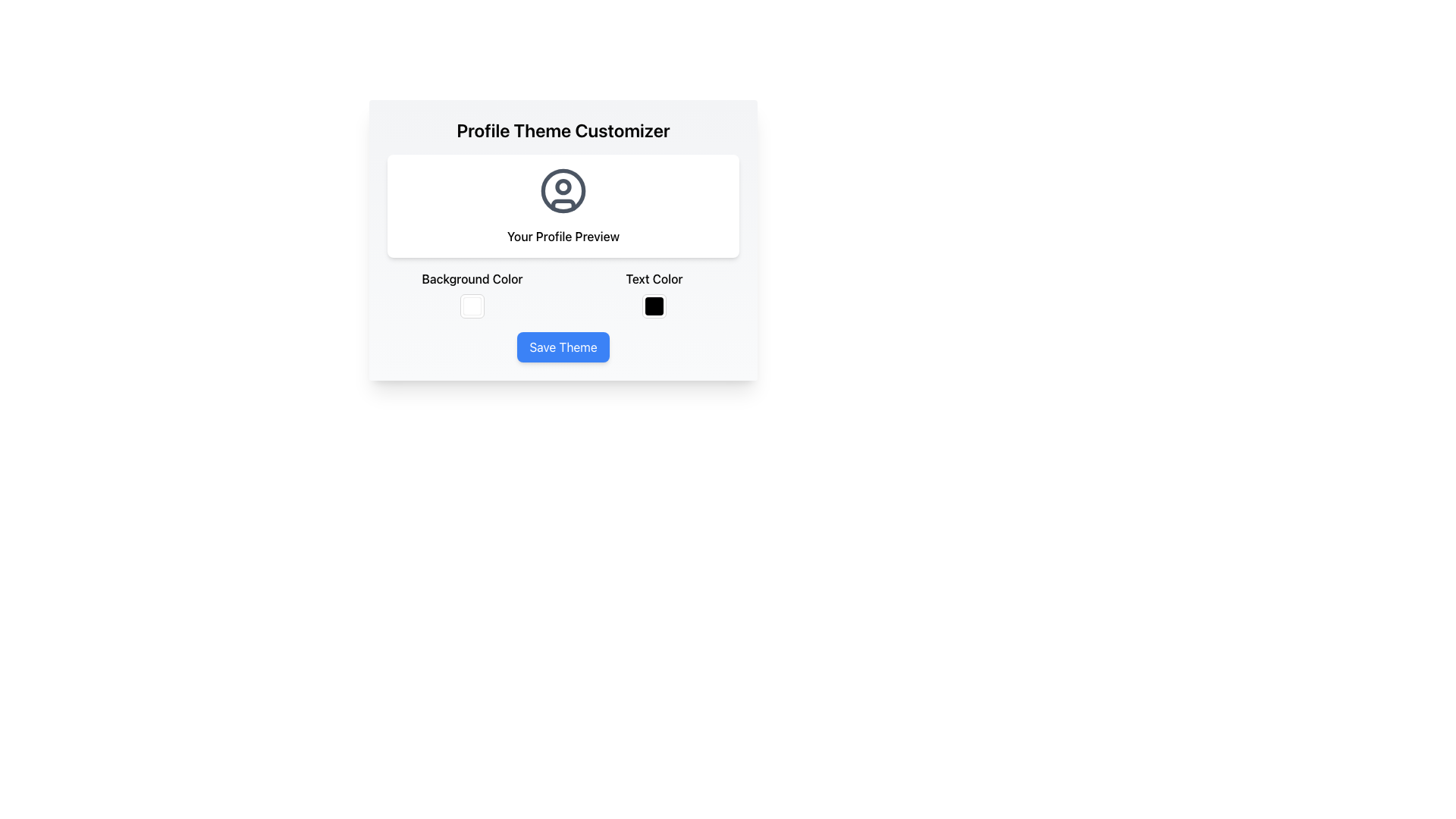 This screenshot has height=819, width=1456. Describe the element at coordinates (472, 306) in the screenshot. I see `the small square white button with a subtle light border located in the 'Background Color' section of the 'Profile Theme Customizer' panel` at that location.